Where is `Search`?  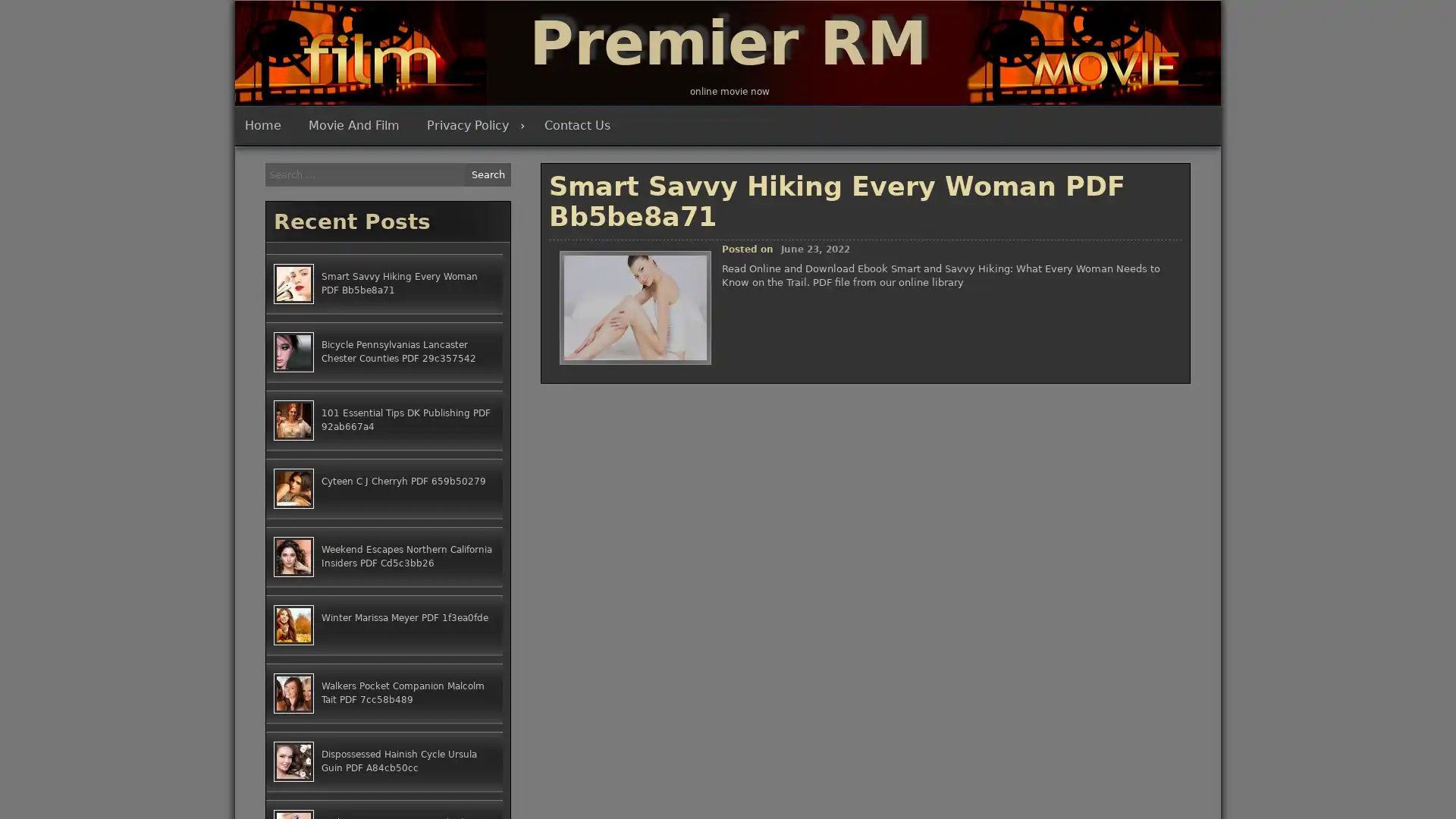
Search is located at coordinates (488, 174).